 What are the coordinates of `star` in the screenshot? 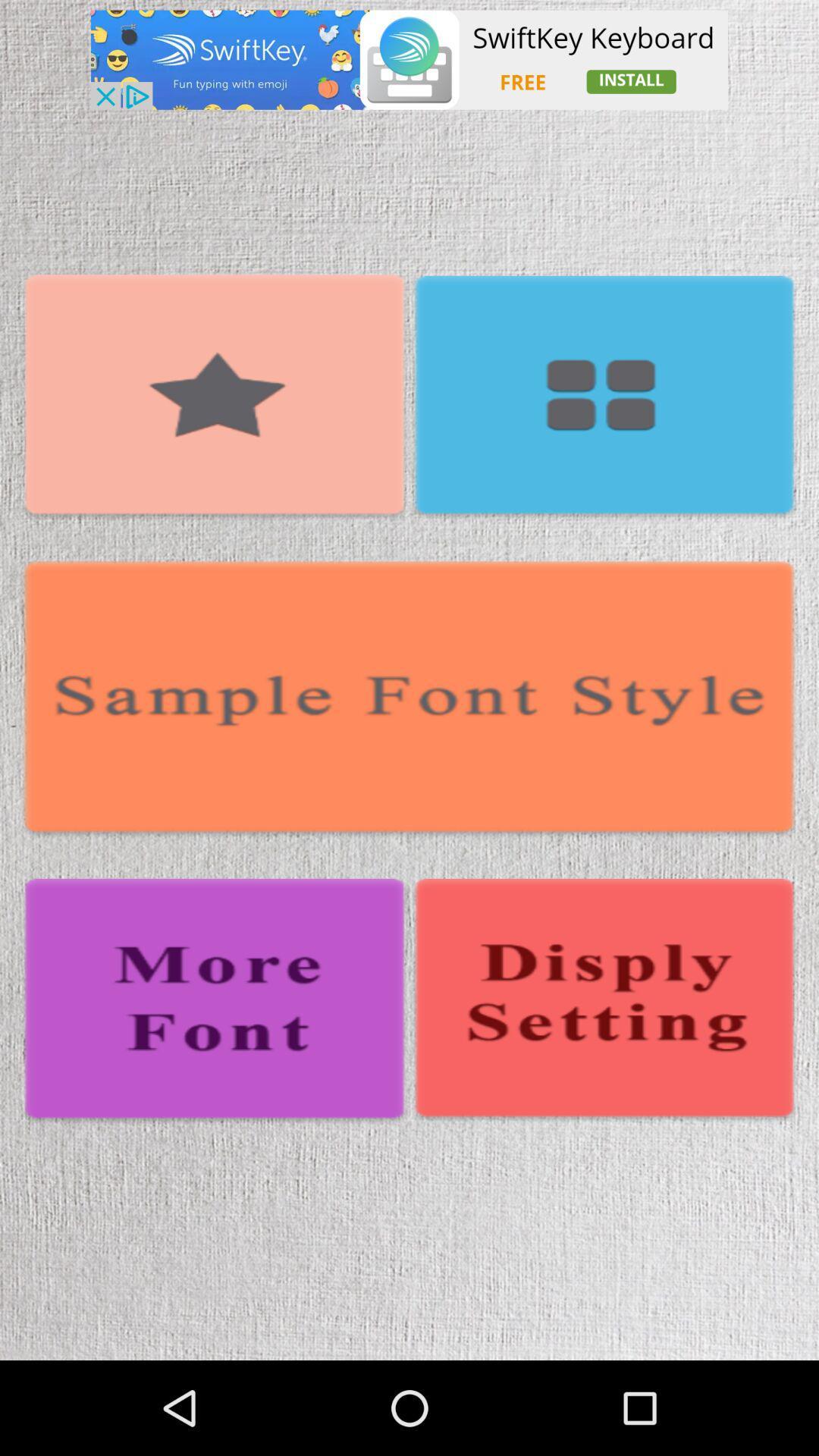 It's located at (215, 397).